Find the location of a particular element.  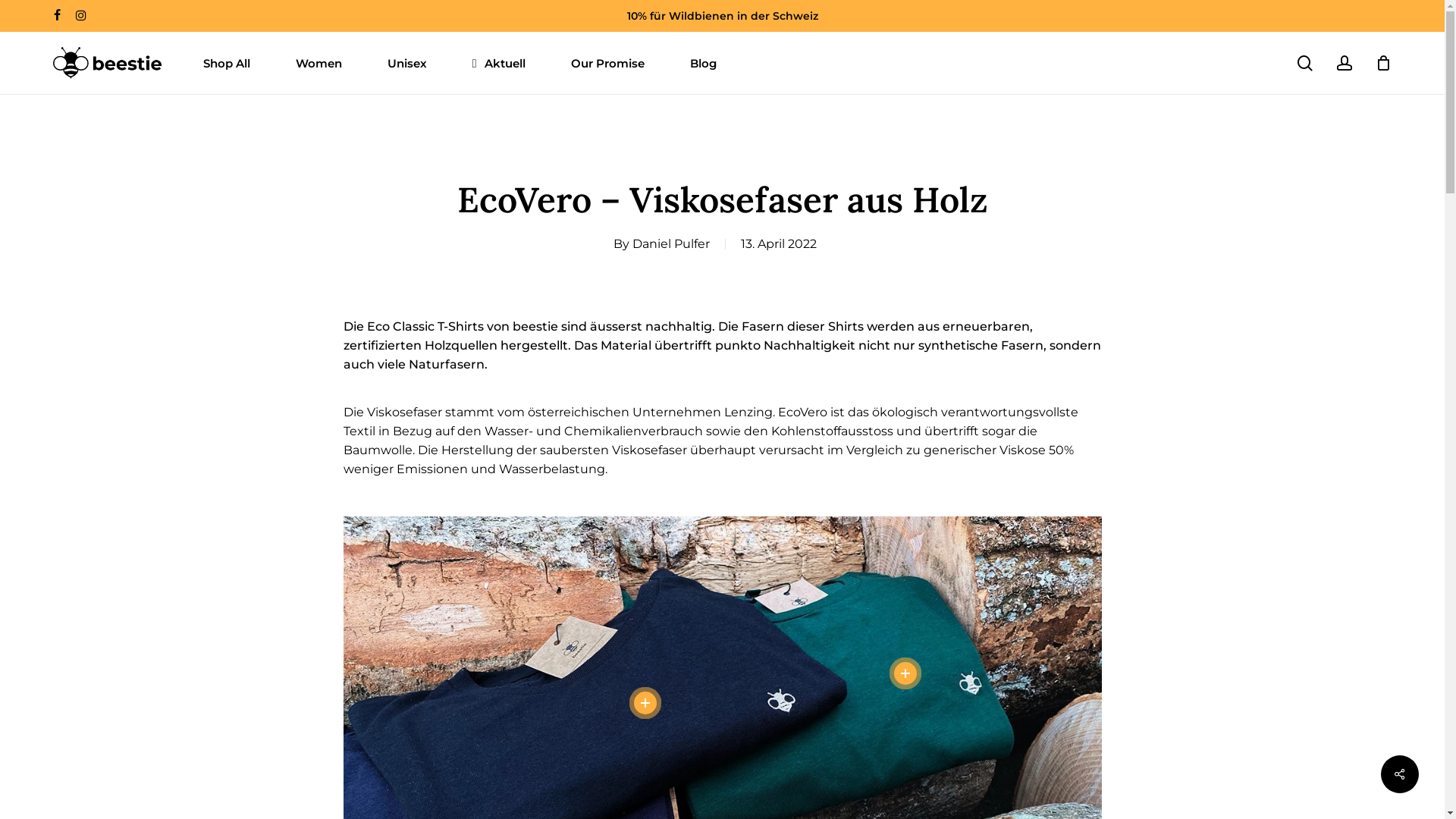

'account' is located at coordinates (1344, 61).